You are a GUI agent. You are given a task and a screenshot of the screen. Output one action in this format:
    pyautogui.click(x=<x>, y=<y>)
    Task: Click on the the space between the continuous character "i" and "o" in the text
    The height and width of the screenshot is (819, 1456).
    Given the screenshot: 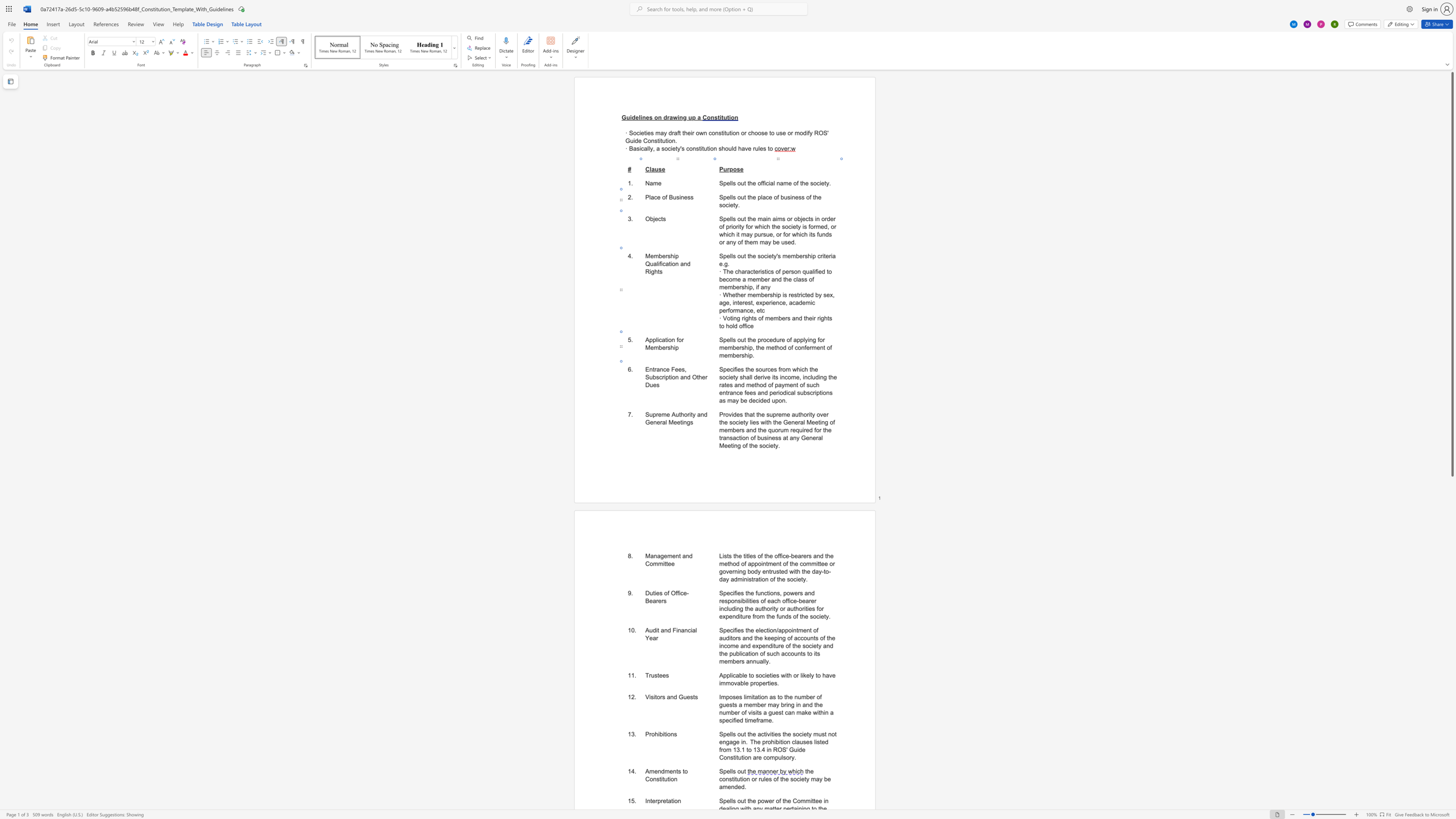 What is the action you would take?
    pyautogui.click(x=668, y=734)
    